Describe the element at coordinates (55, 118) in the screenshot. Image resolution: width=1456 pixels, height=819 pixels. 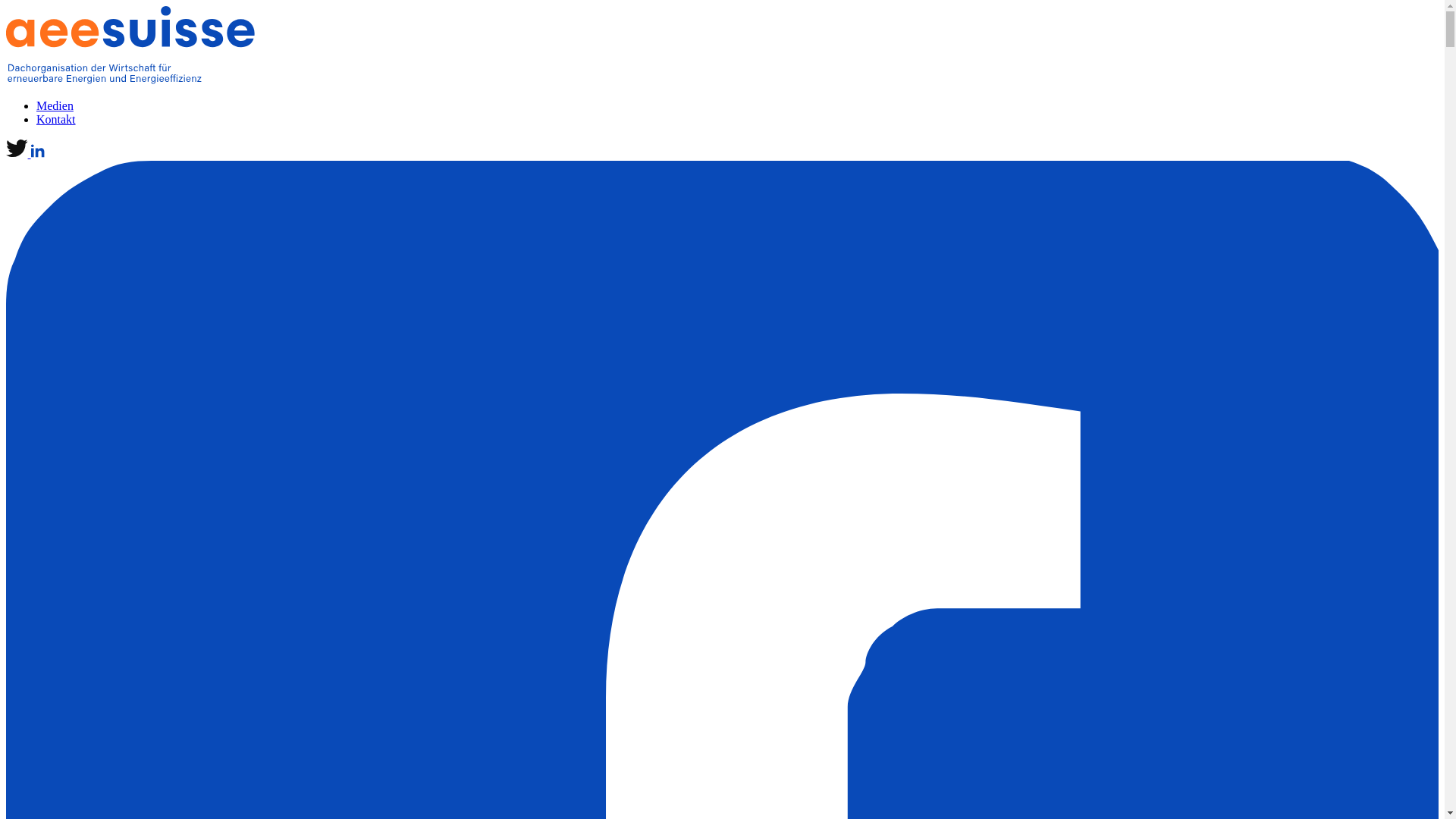
I see `'Kontakt'` at that location.